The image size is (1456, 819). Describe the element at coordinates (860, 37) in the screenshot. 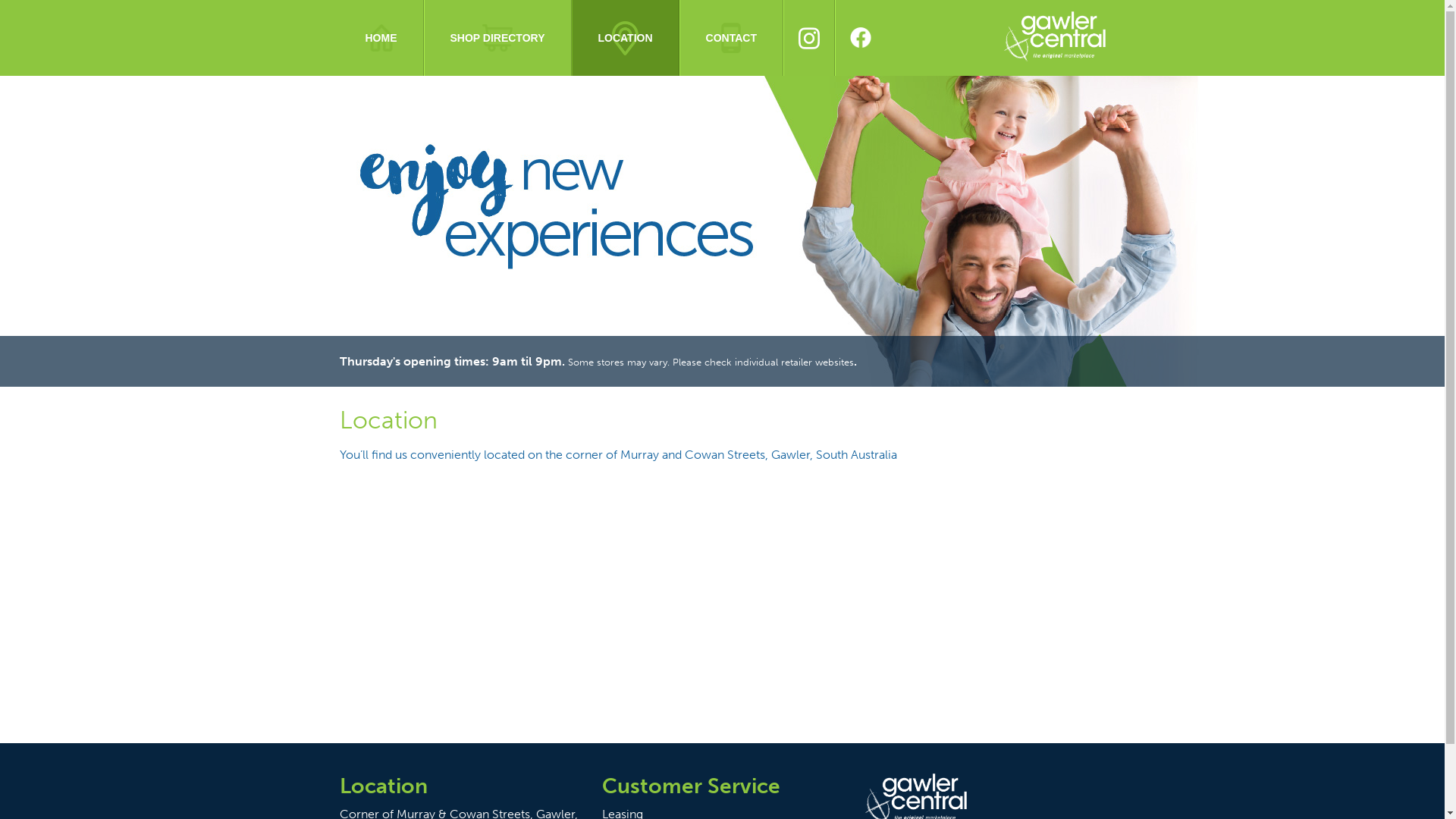

I see `'FACEBOOK'` at that location.